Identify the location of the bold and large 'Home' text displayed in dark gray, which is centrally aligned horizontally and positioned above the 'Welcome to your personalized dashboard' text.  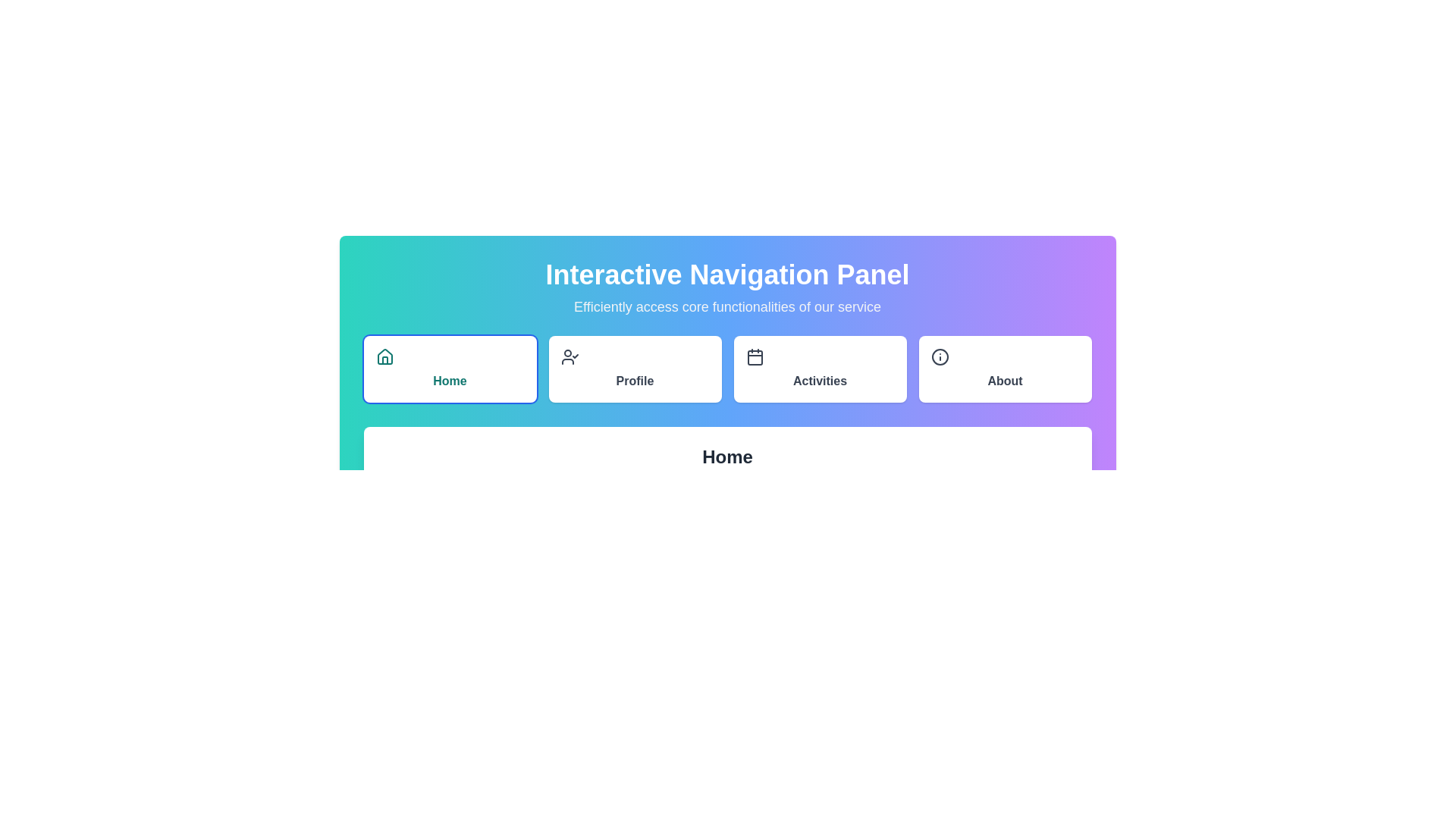
(726, 456).